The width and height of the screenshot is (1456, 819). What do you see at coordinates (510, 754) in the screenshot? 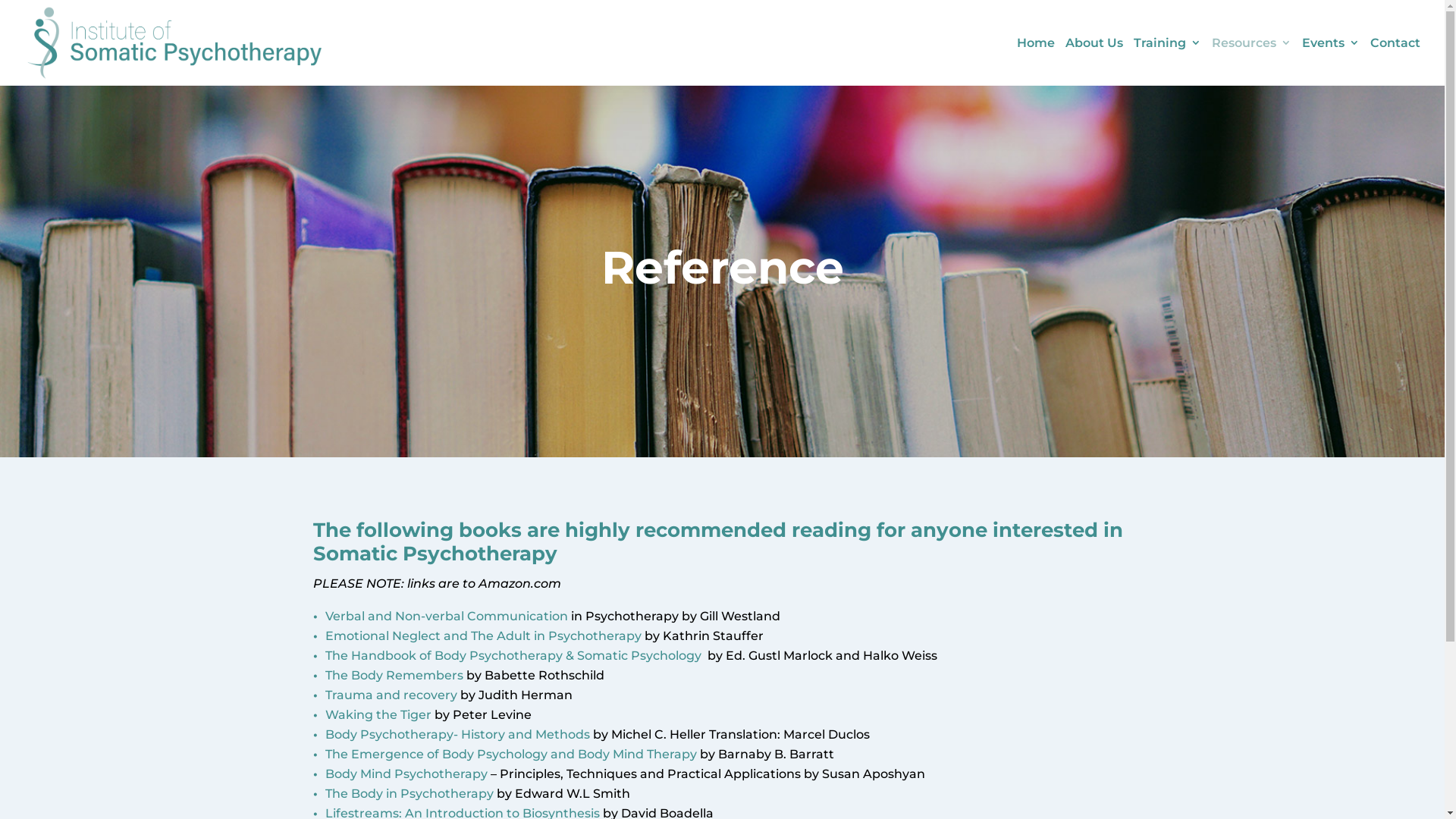
I see `'The Emergence of Body Psychology and Body Mind Therapy'` at bounding box center [510, 754].